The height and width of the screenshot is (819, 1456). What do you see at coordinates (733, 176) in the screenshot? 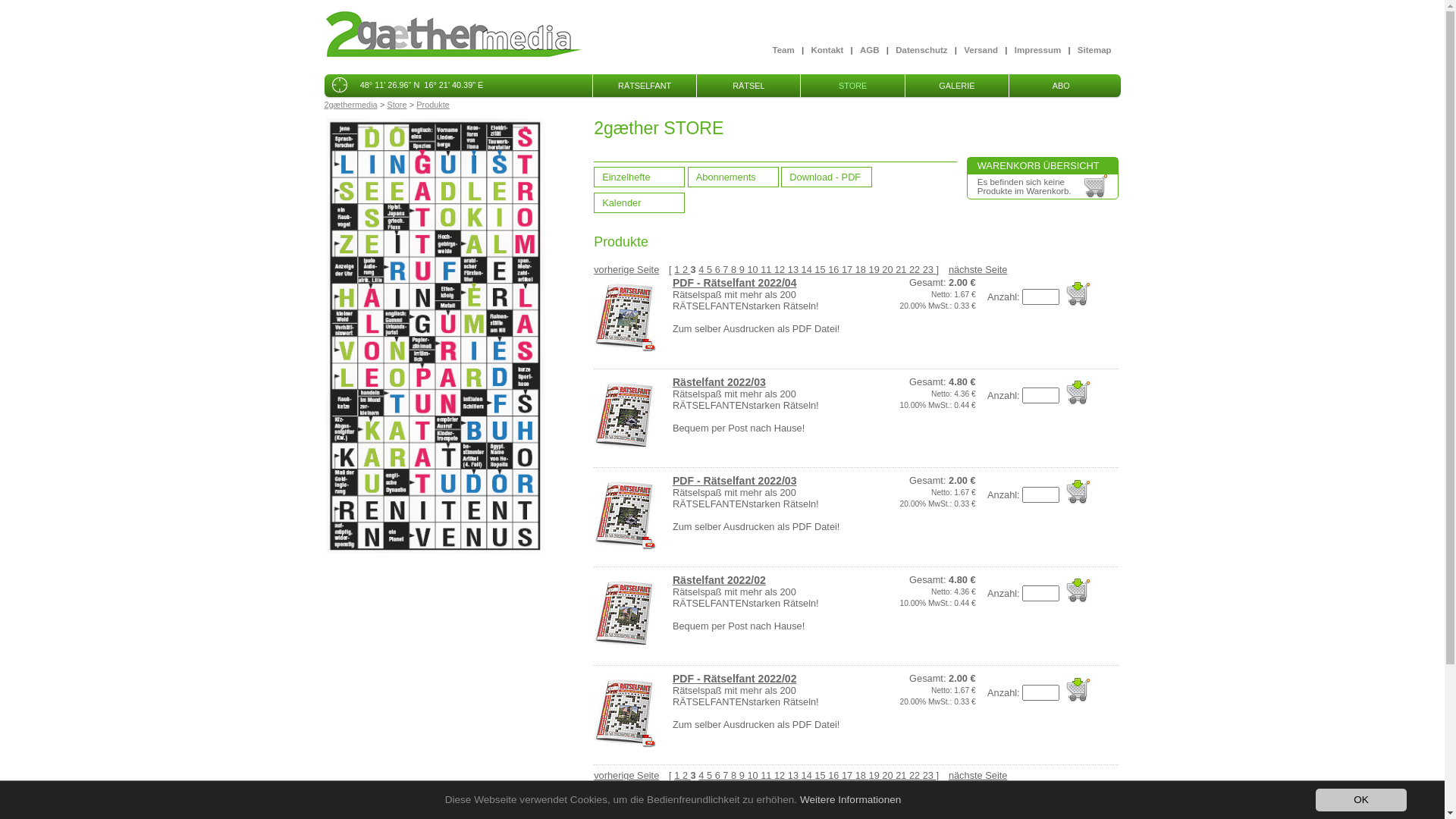
I see `'Abonnements'` at bounding box center [733, 176].